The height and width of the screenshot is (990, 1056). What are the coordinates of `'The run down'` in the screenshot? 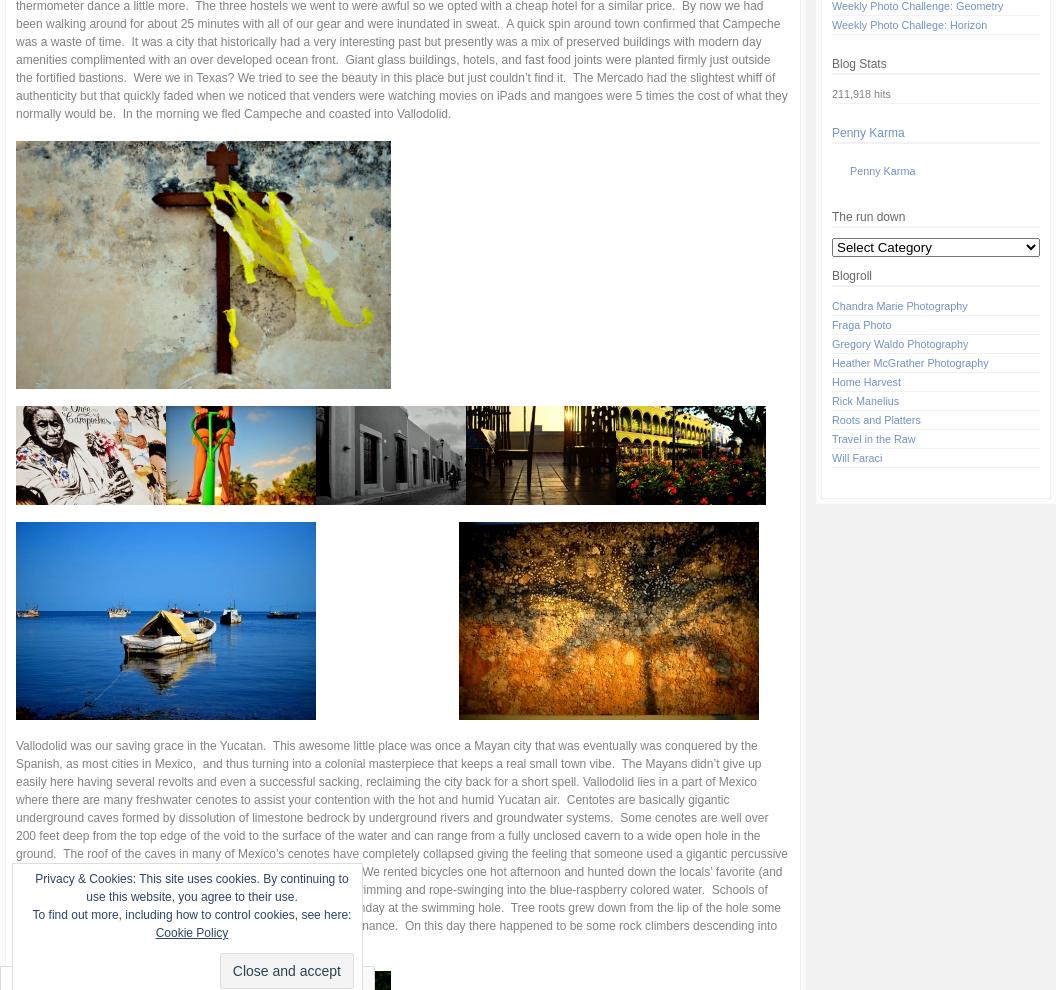 It's located at (867, 216).